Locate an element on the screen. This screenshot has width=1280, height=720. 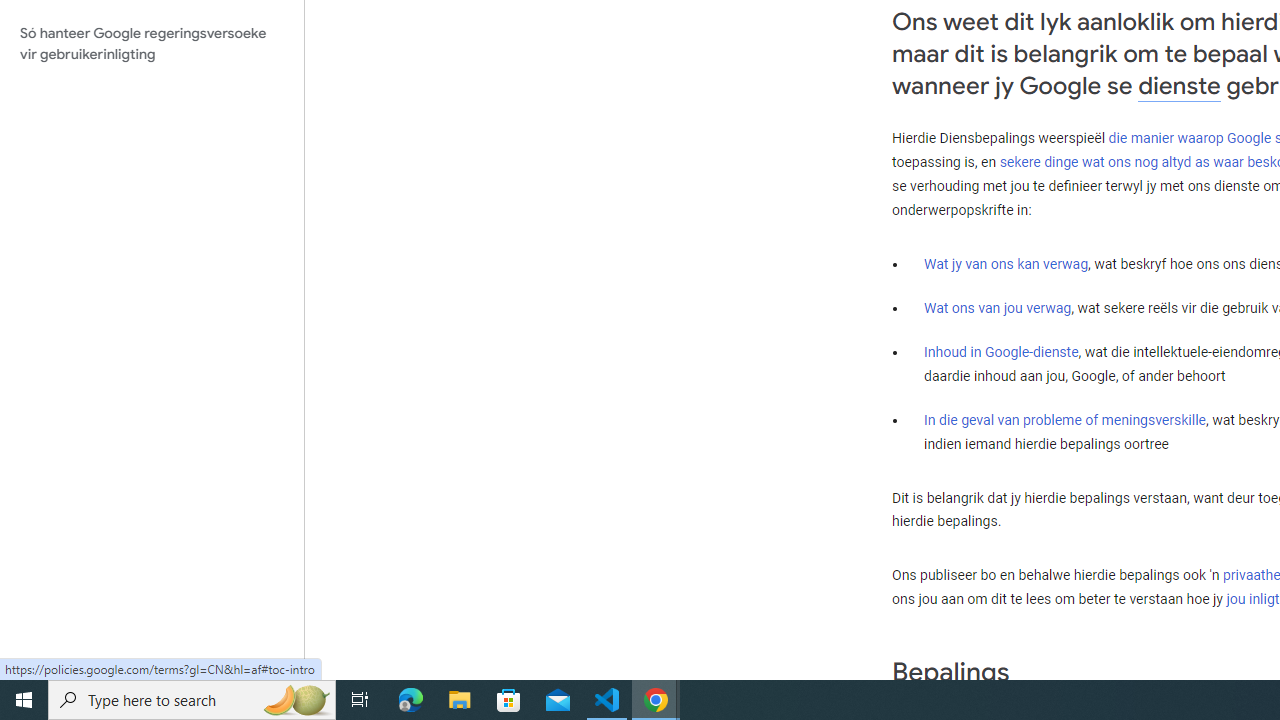
'dienste' is located at coordinates (1179, 85).